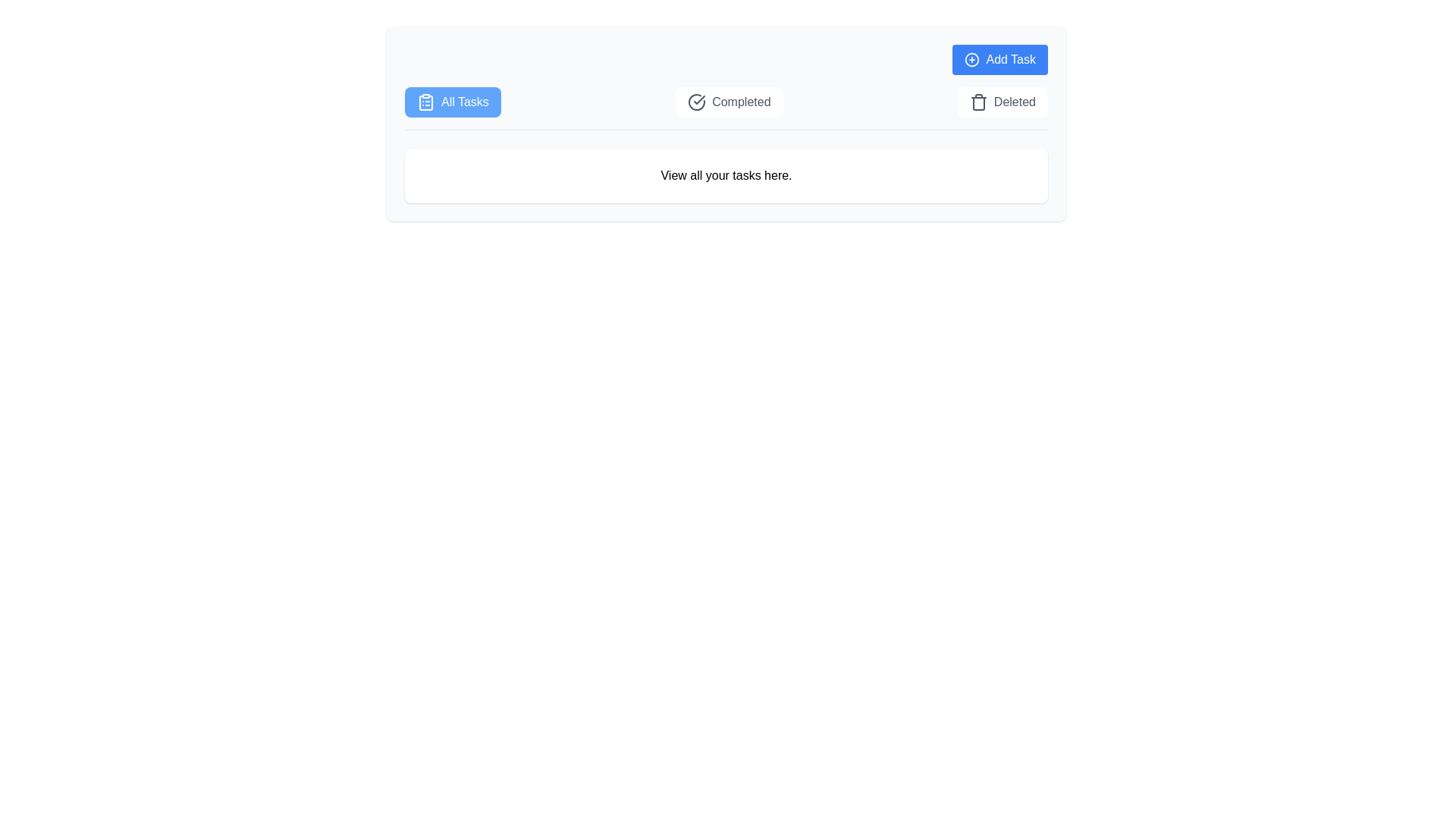 The height and width of the screenshot is (819, 1456). I want to click on the plus sign icon inside the 'Add Task' button, which is located at the far right side of the top bar of the interface, so click(972, 58).